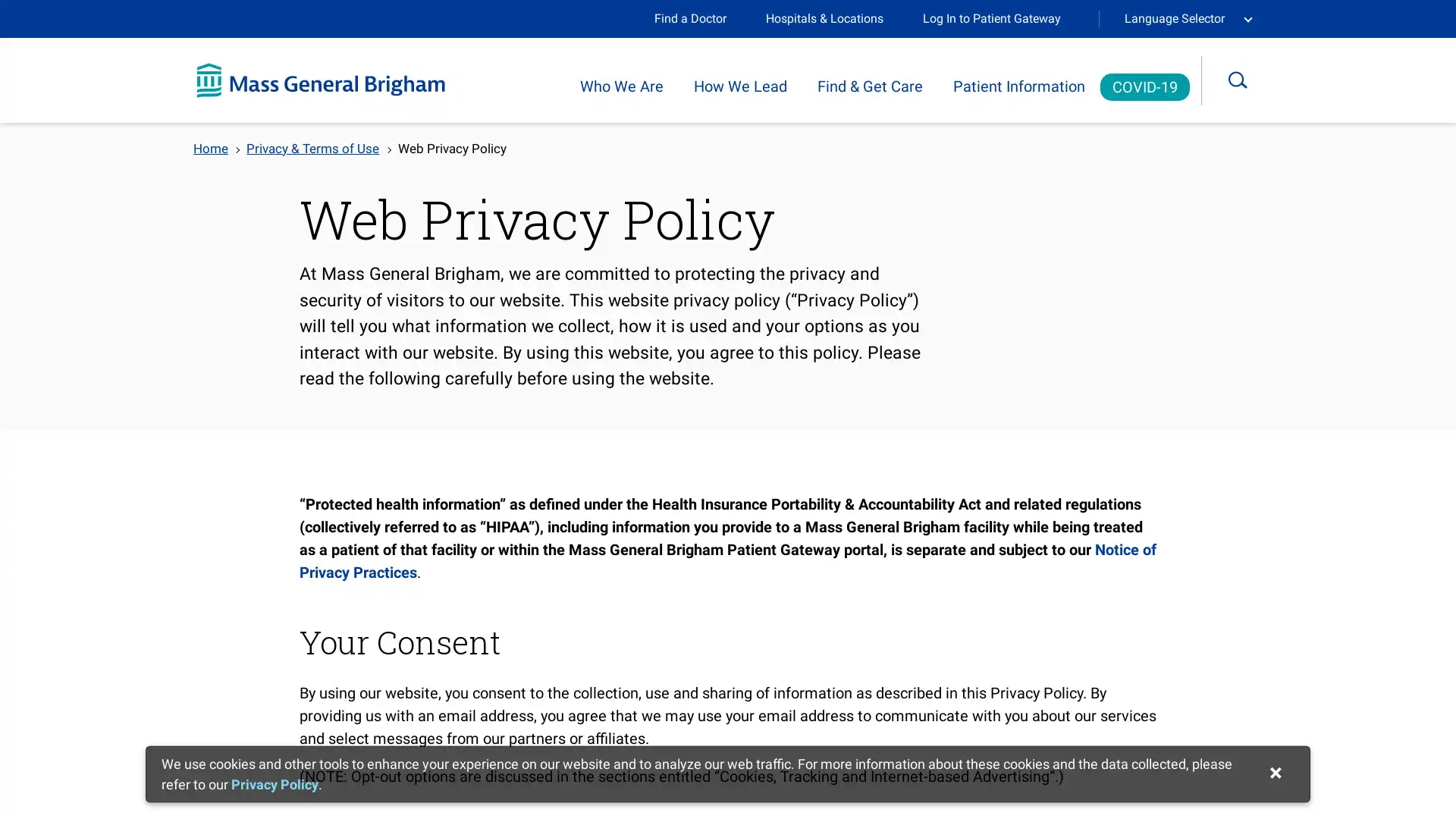  Describe the element at coordinates (1248, 80) in the screenshot. I see `Search` at that location.